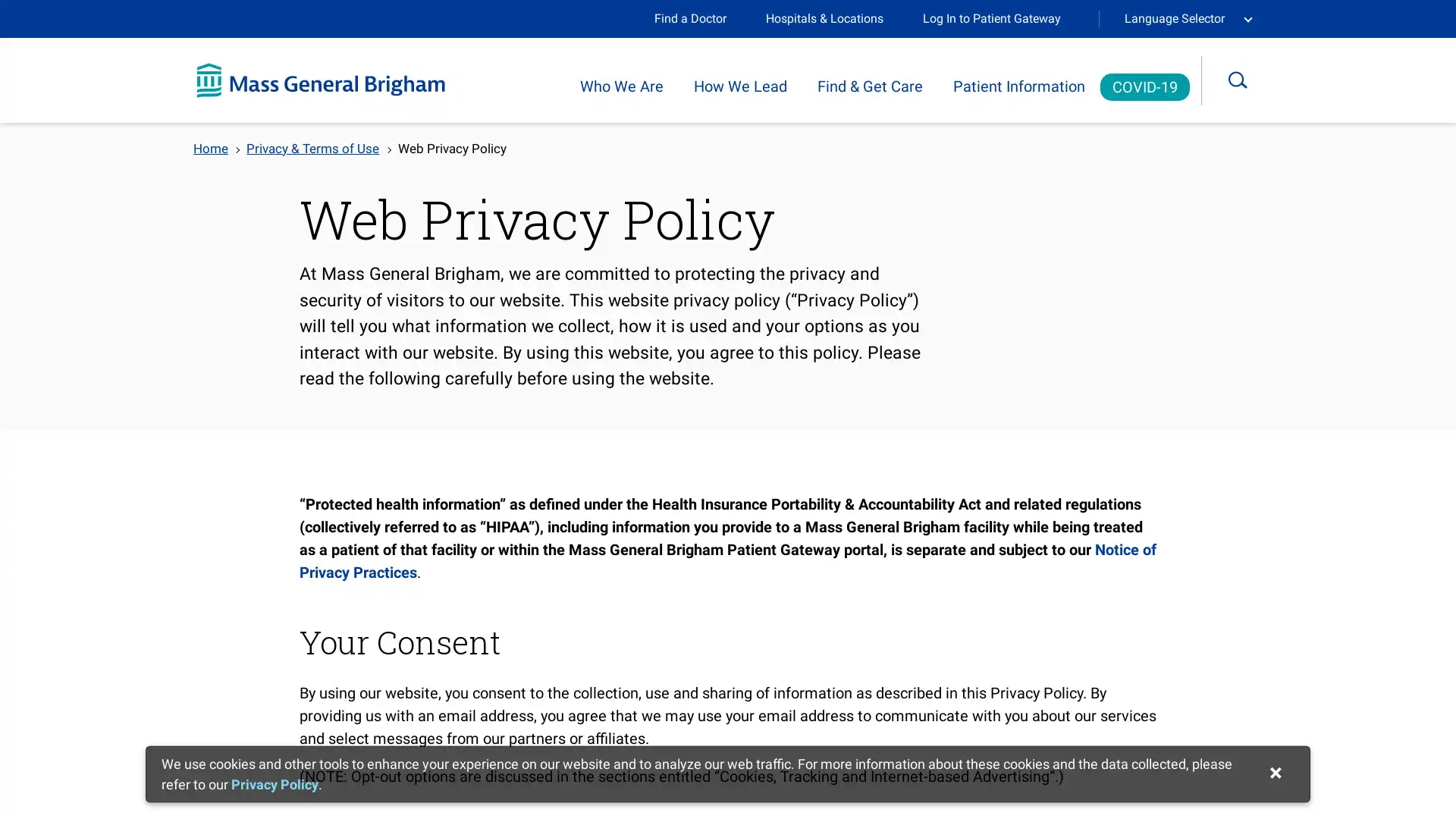  Describe the element at coordinates (1248, 80) in the screenshot. I see `Search` at that location.